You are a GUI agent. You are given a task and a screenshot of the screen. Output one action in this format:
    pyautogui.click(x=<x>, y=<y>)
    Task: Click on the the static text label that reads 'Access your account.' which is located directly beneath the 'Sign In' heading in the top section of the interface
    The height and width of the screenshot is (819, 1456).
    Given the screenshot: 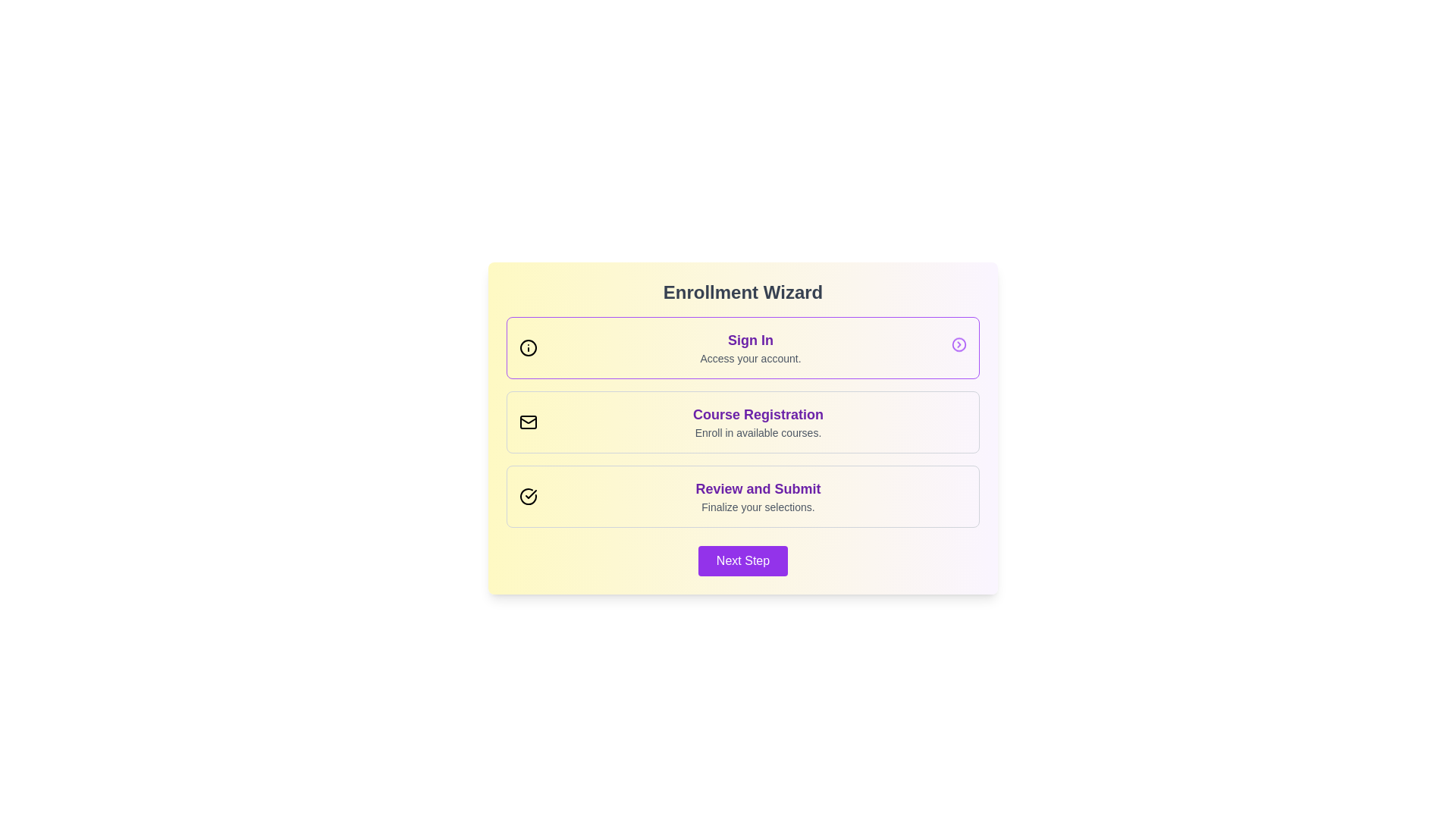 What is the action you would take?
    pyautogui.click(x=750, y=359)
    